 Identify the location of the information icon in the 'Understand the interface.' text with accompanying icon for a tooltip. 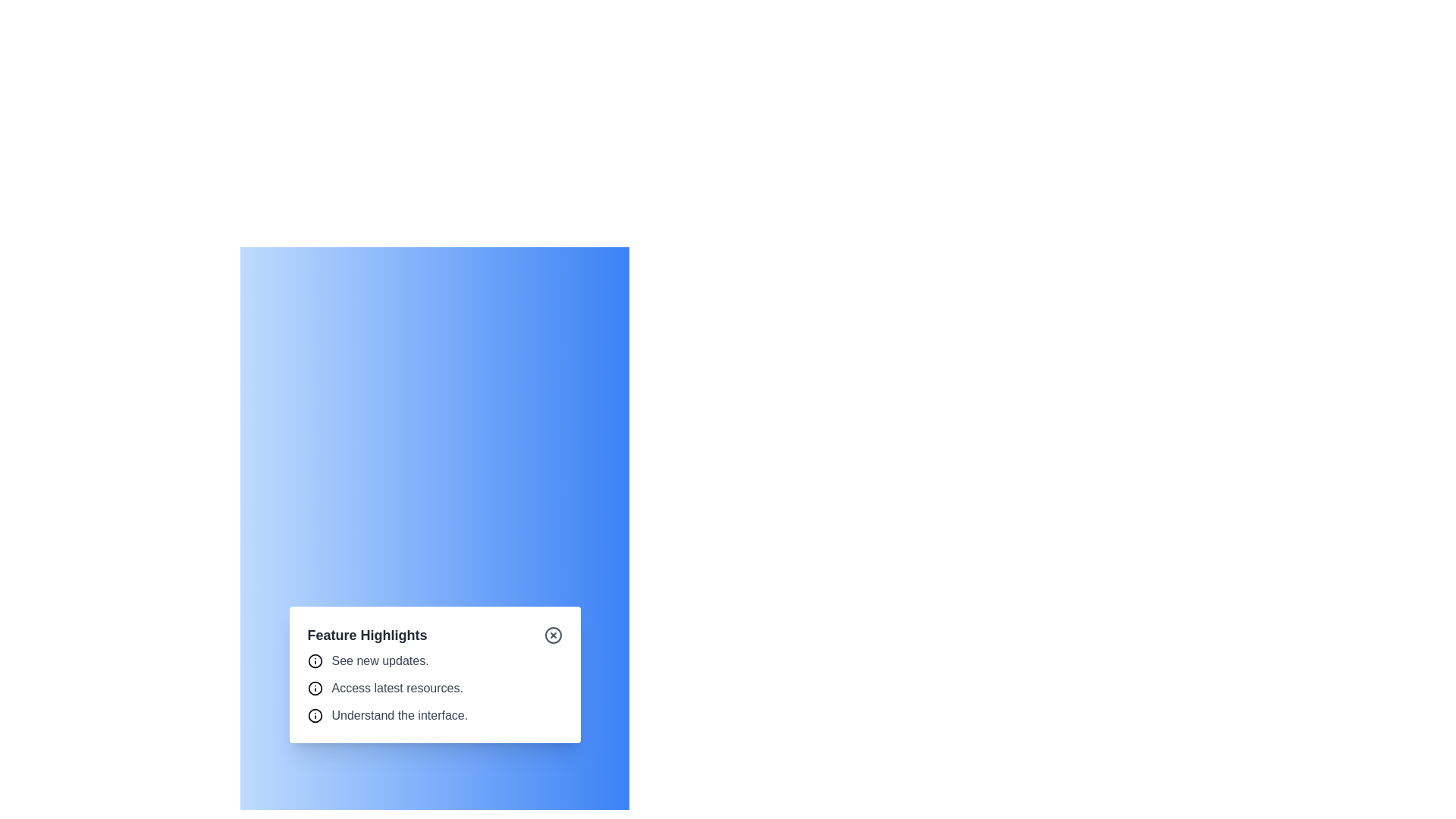
(434, 716).